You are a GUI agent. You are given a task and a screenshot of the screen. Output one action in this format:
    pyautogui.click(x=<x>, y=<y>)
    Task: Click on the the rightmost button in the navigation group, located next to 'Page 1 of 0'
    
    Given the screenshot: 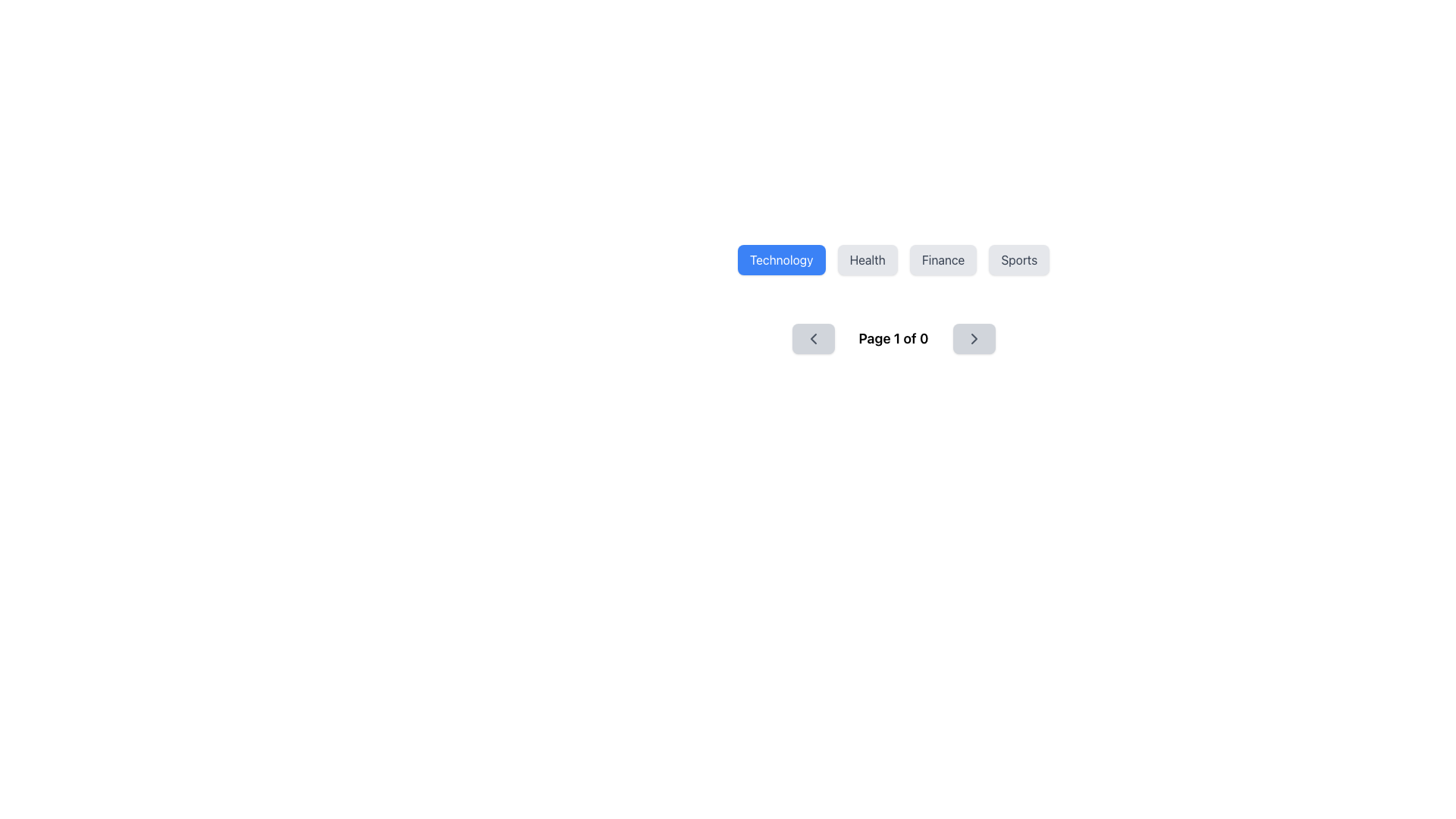 What is the action you would take?
    pyautogui.click(x=974, y=338)
    